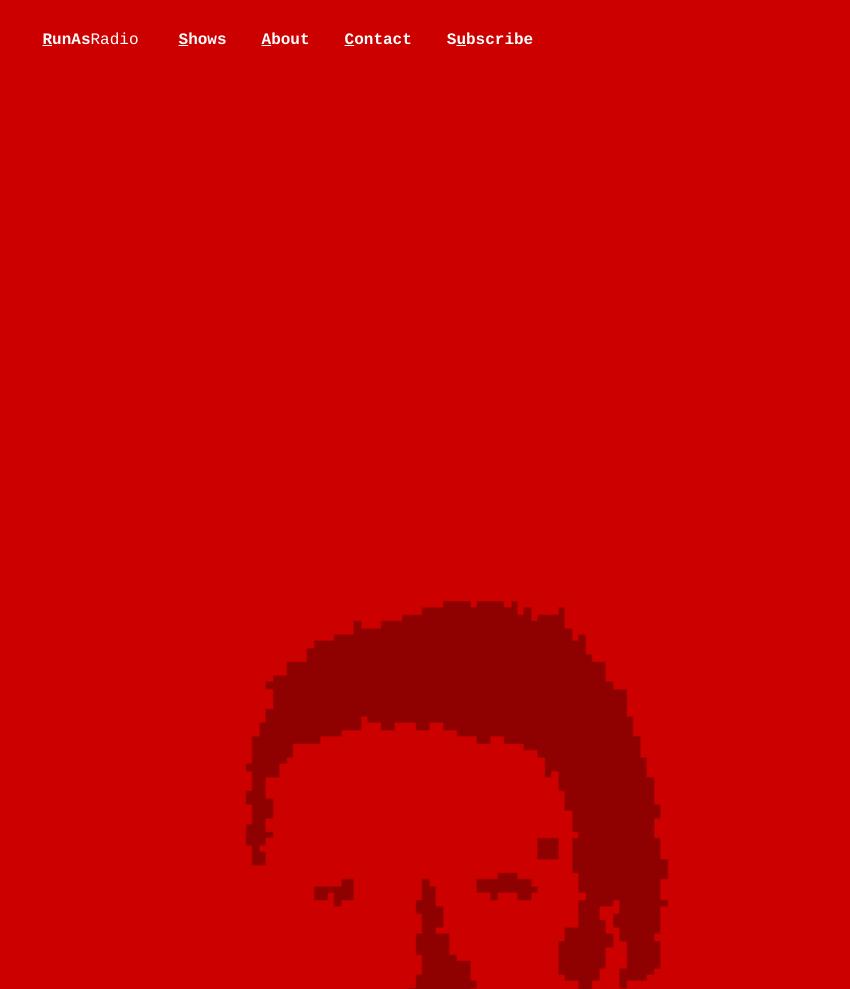 The width and height of the screenshot is (850, 989). Describe the element at coordinates (289, 38) in the screenshot. I see `'bout'` at that location.